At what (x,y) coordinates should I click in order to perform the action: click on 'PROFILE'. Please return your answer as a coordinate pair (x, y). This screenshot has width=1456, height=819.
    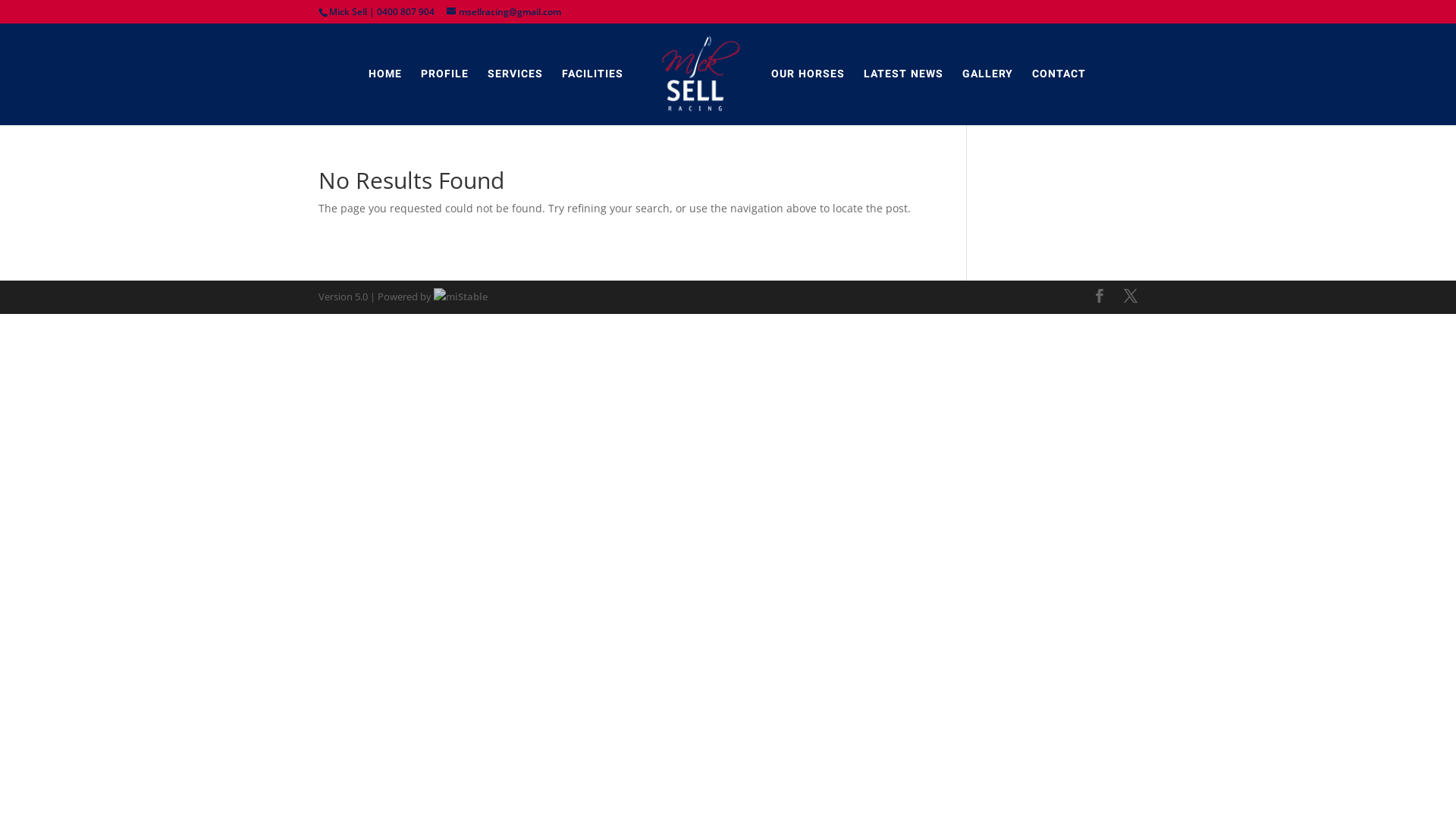
    Looking at the image, I should click on (444, 74).